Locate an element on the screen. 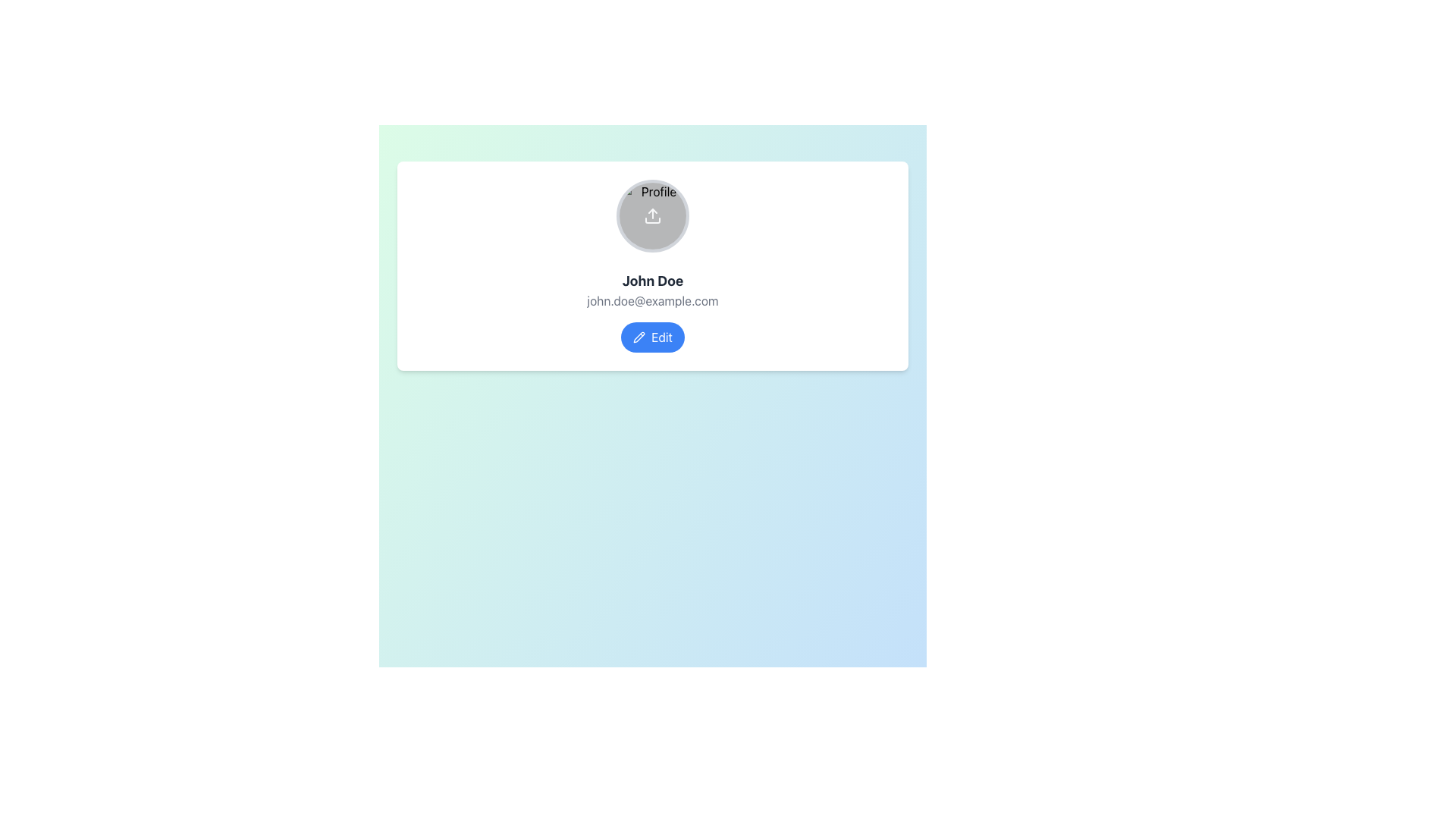 This screenshot has width=1456, height=819. displayed text from the user profile information text field, which shows the user's name and email address, centrally located below the profile picture and above the 'Edit' button is located at coordinates (652, 290).